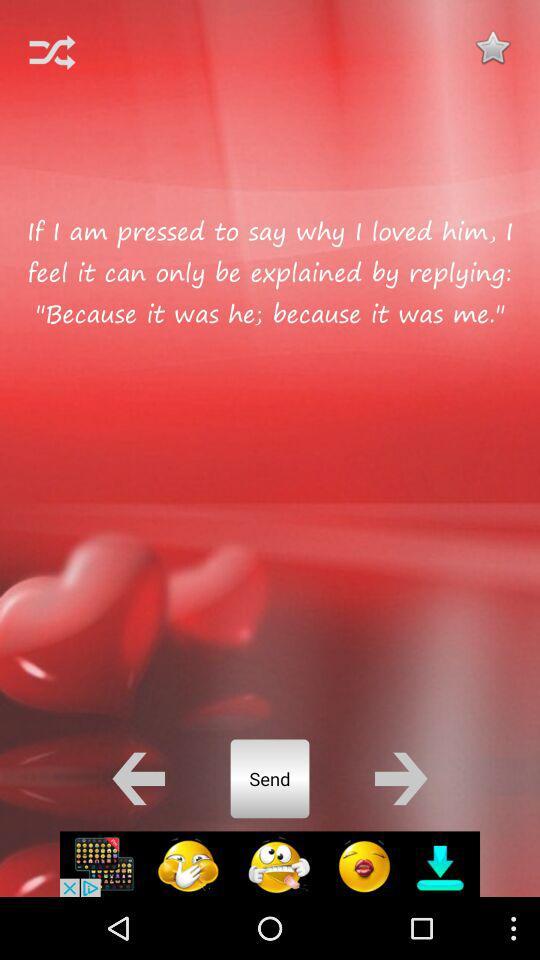 Image resolution: width=540 pixels, height=960 pixels. I want to click on suffle in random order, so click(52, 51).